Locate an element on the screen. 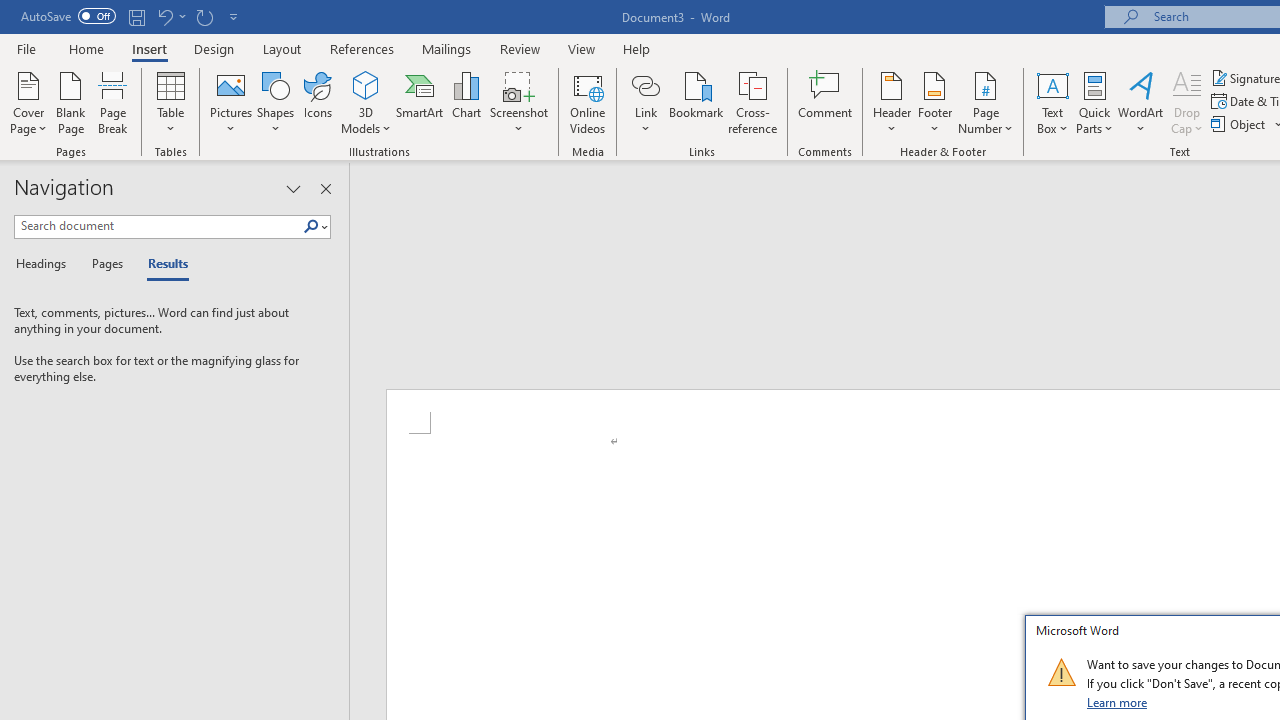 The height and width of the screenshot is (720, 1280). 'Drop Cap' is located at coordinates (1187, 103).